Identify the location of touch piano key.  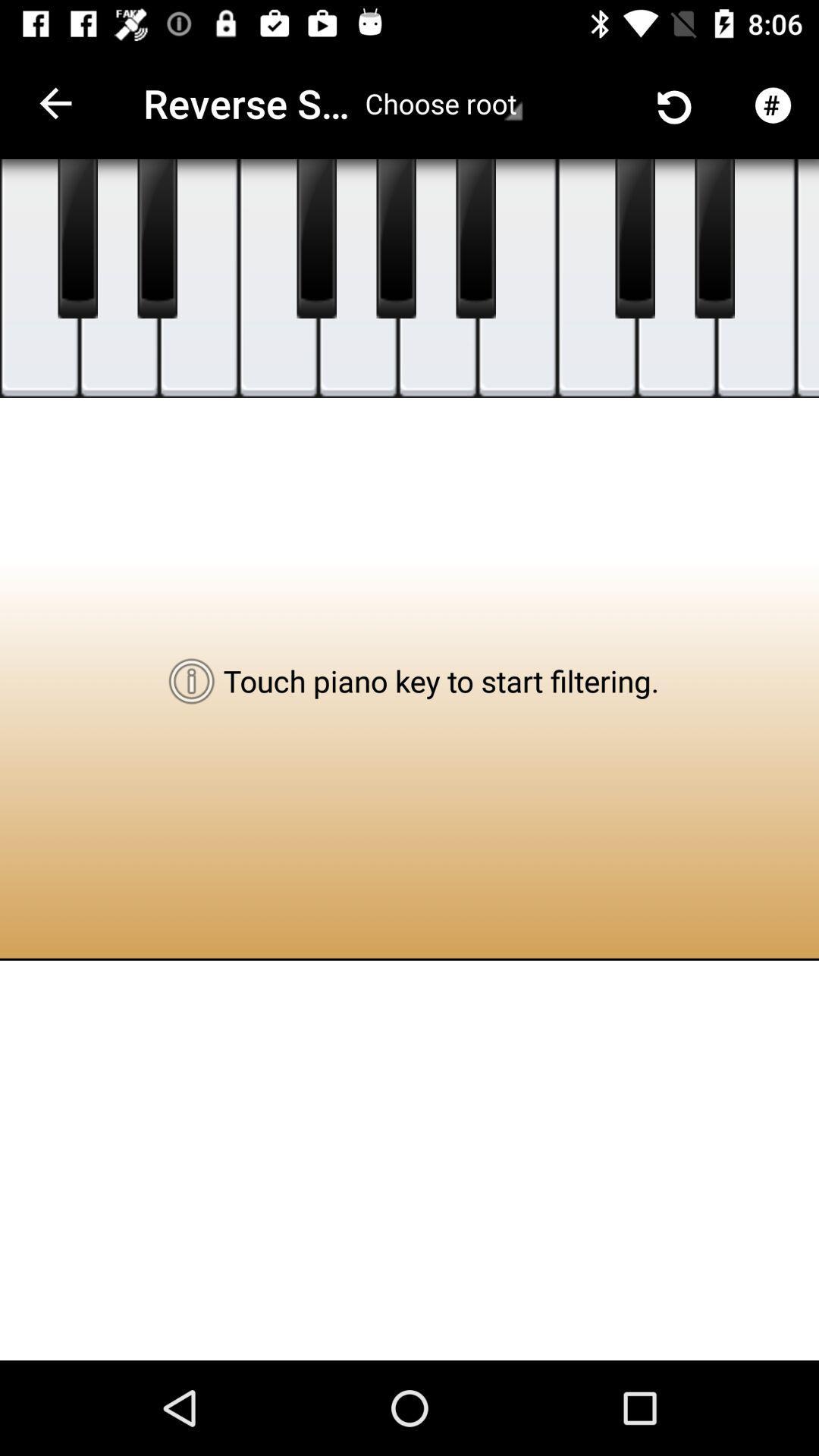
(395, 238).